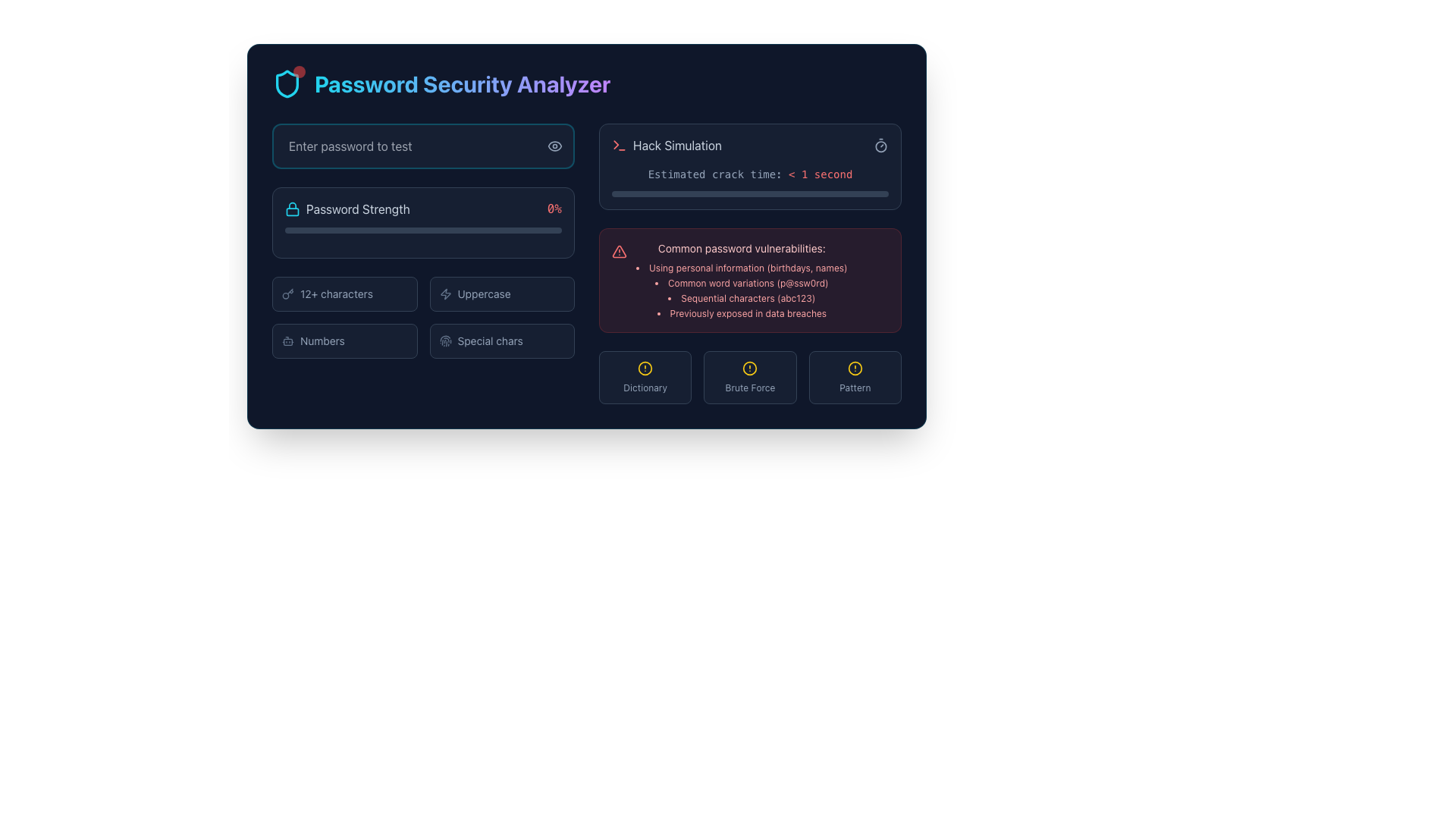 The height and width of the screenshot is (819, 1456). What do you see at coordinates (750, 369) in the screenshot?
I see `the yellowish circular icon with a smaller alert symbol in the center, located in the 'Brute Force' section at the bottom center of the interface` at bounding box center [750, 369].